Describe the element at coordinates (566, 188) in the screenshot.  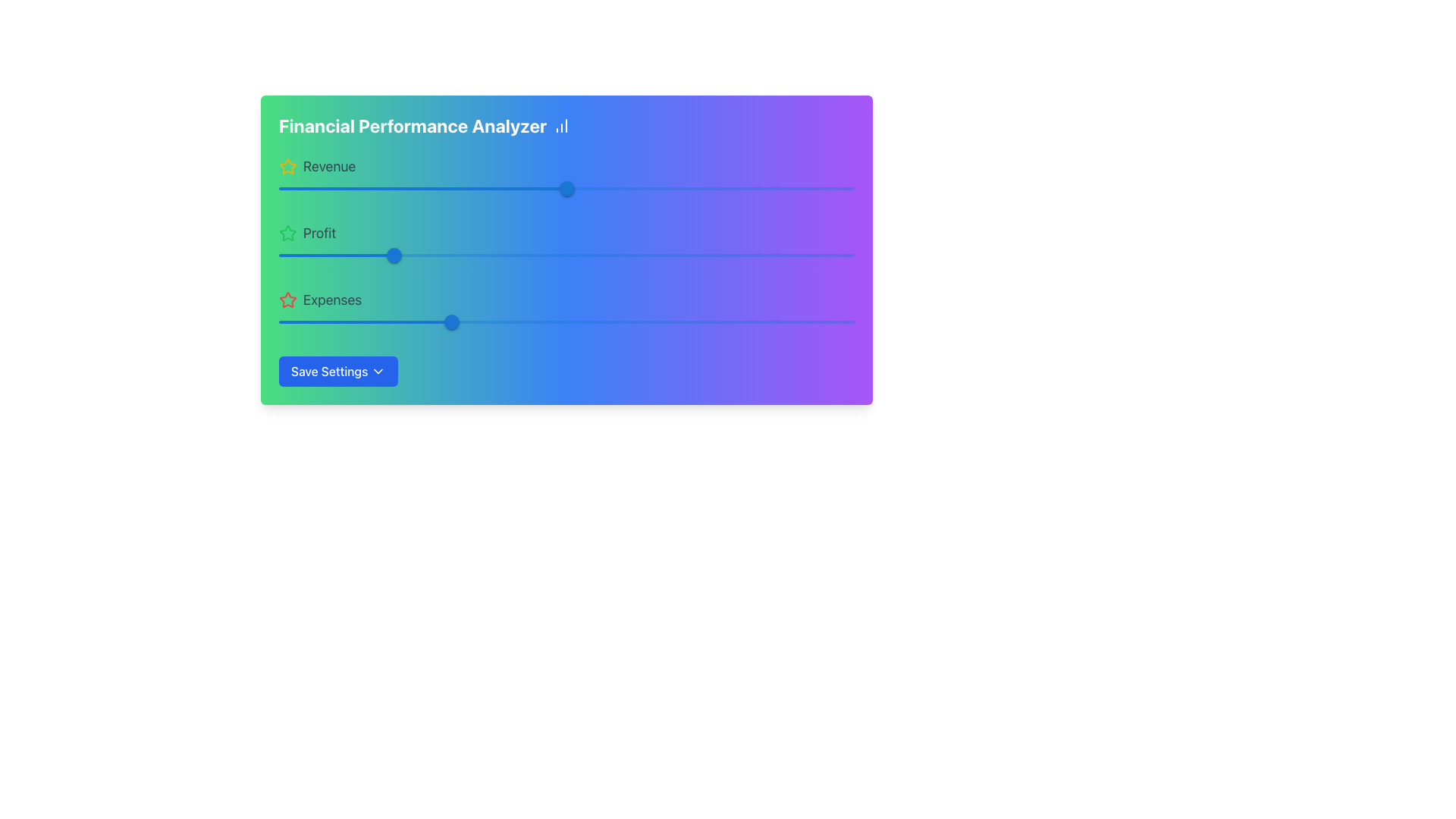
I see `the slider value` at that location.